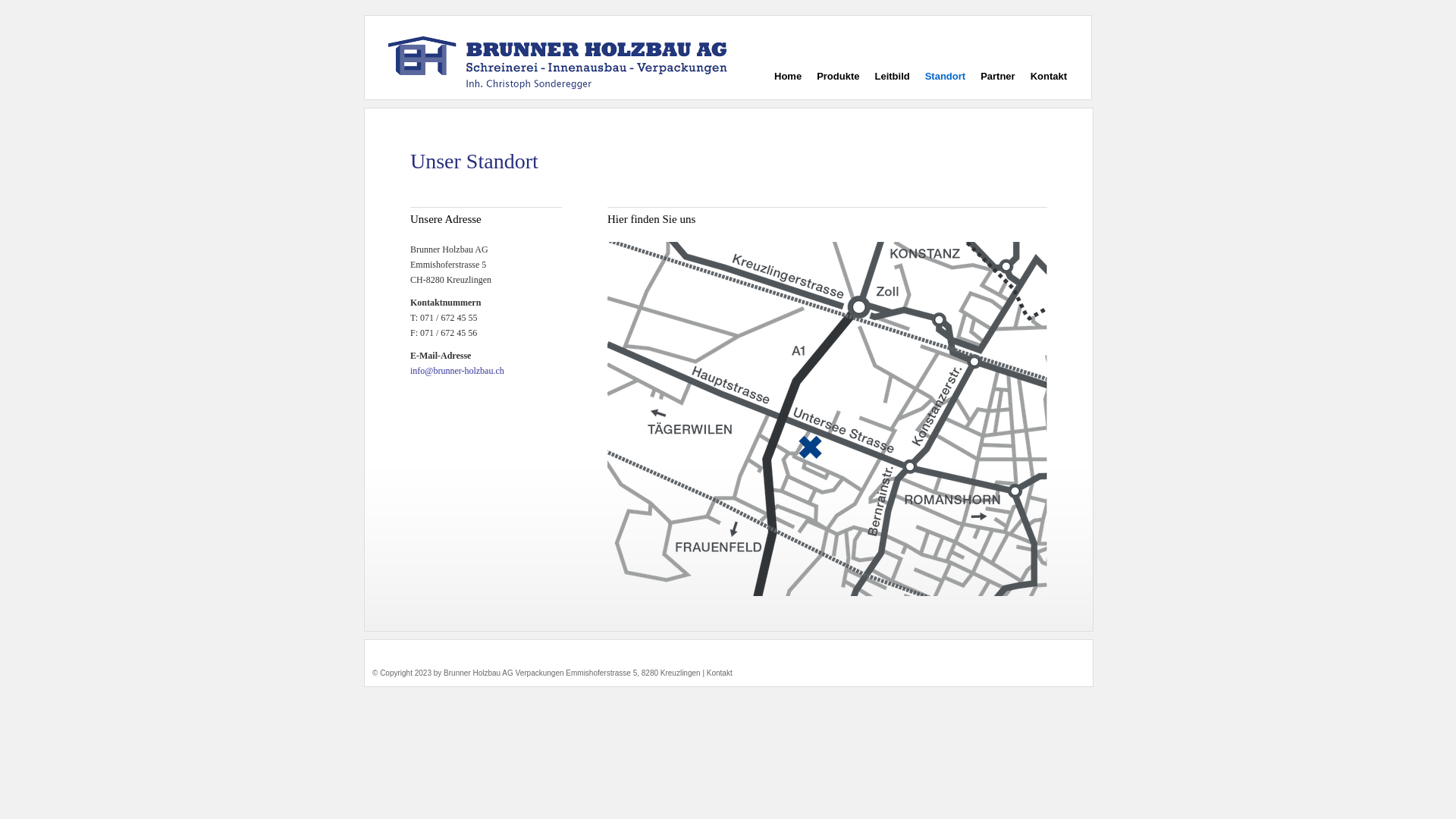 The height and width of the screenshot is (819, 1456). Describe the element at coordinates (944, 76) in the screenshot. I see `'Standort'` at that location.